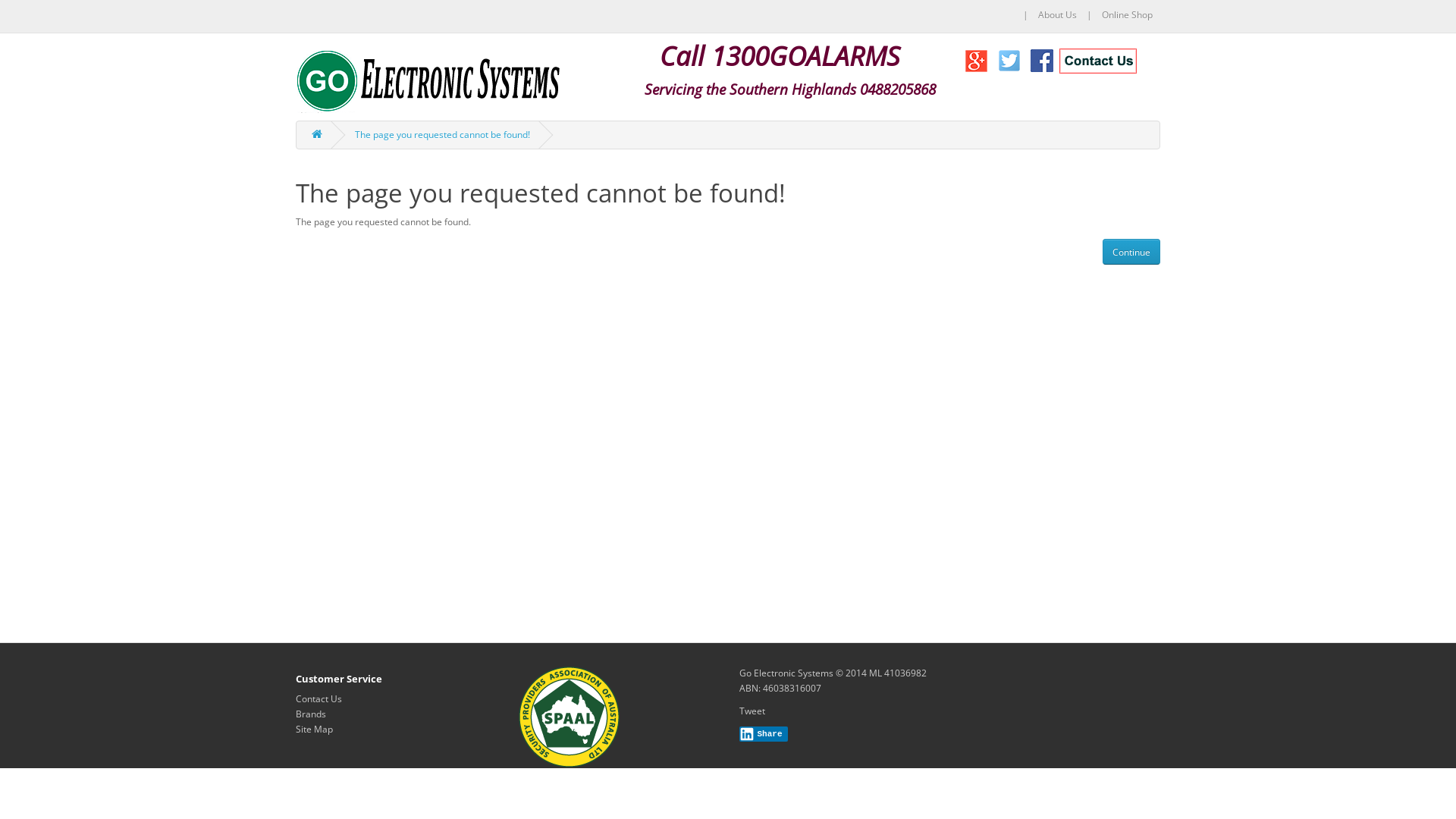 This screenshot has height=819, width=1456. I want to click on 'Continue', so click(1131, 250).